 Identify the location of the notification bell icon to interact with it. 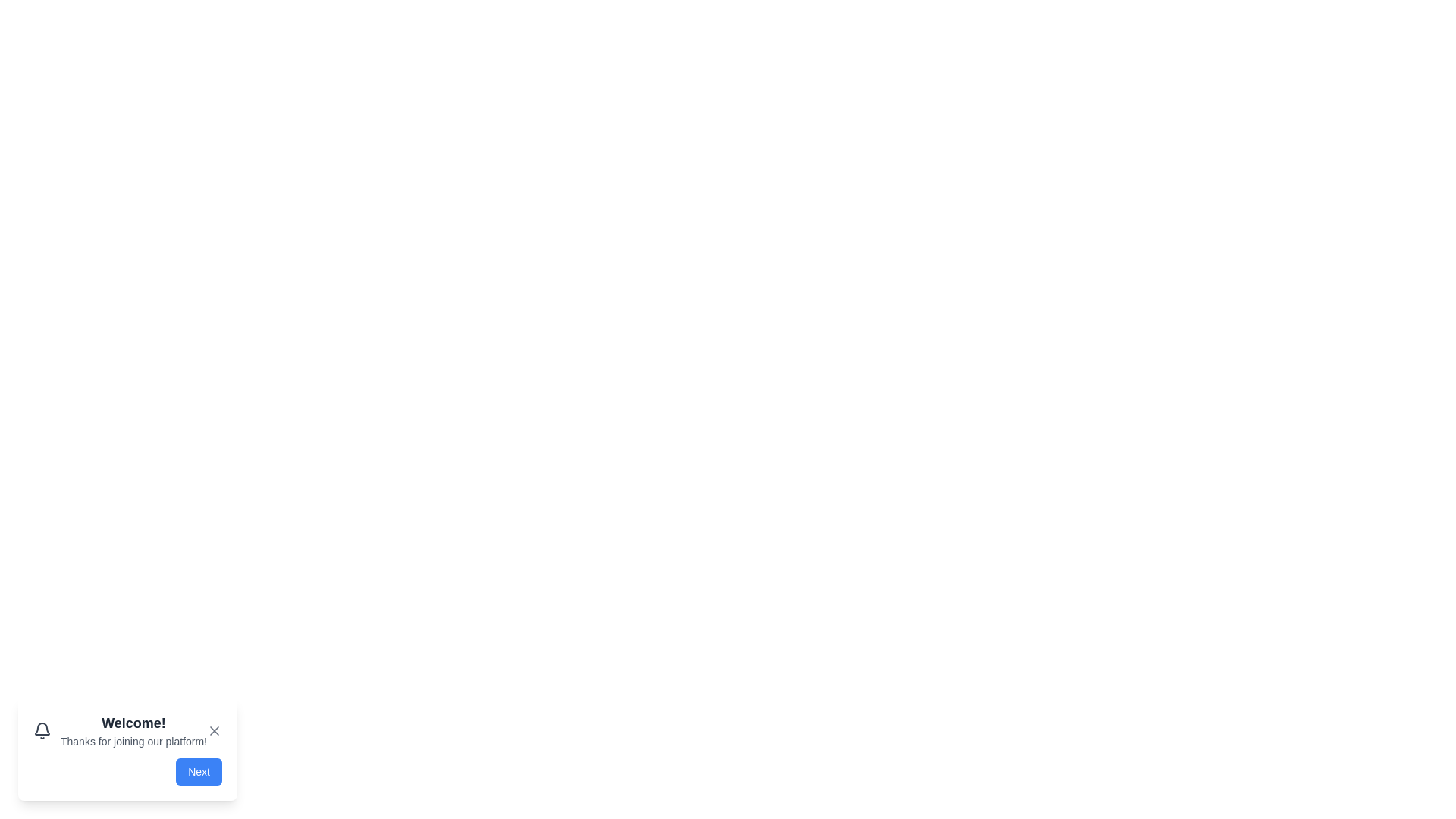
(42, 730).